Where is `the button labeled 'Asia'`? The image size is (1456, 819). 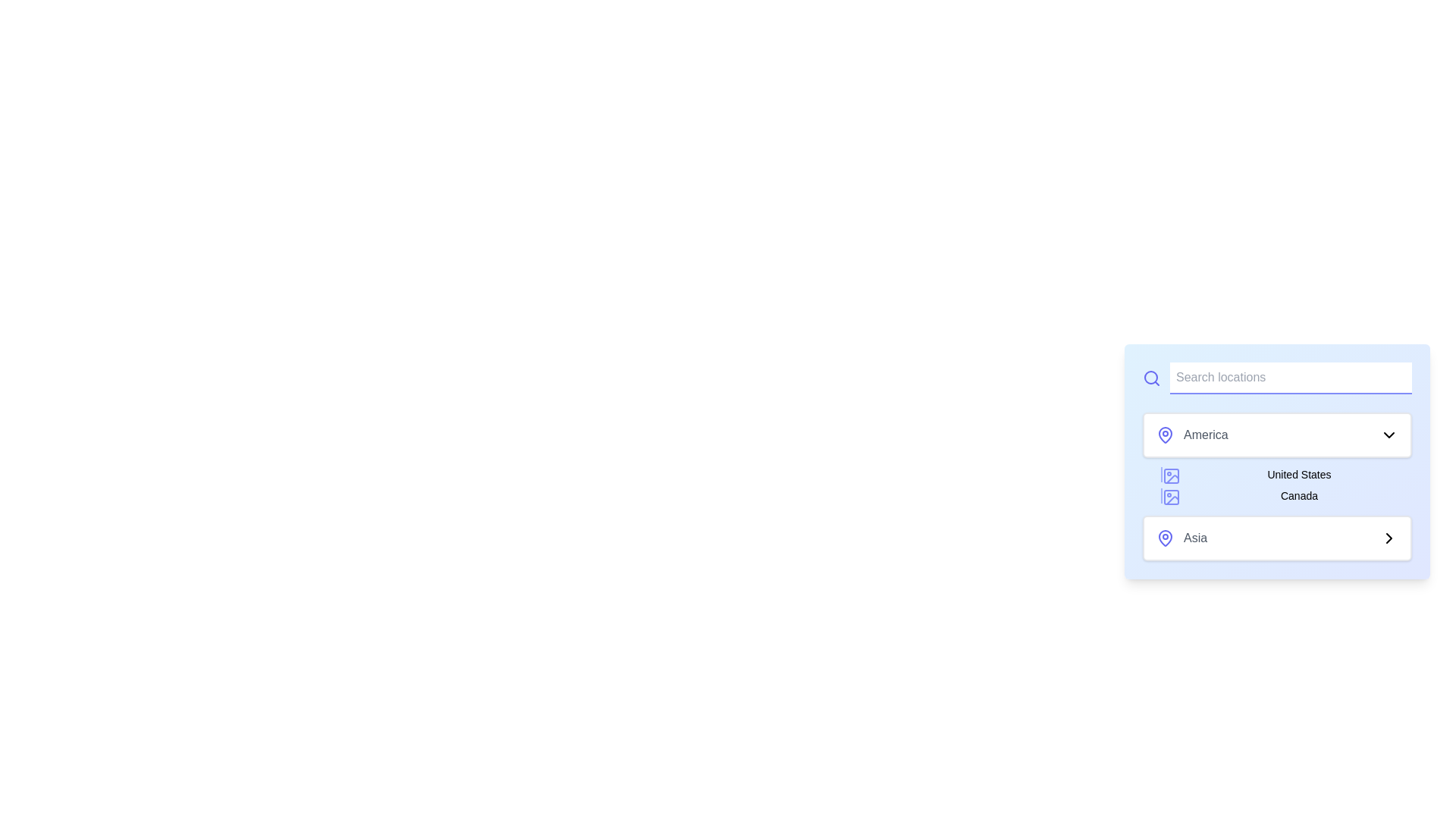 the button labeled 'Asia' is located at coordinates (1276, 519).